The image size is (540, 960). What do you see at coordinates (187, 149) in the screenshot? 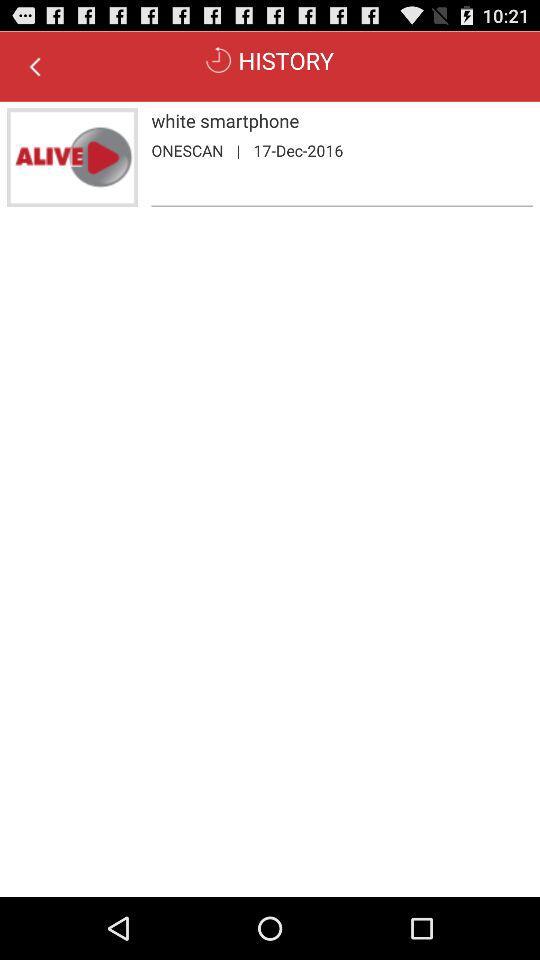
I see `the onescan` at bounding box center [187, 149].